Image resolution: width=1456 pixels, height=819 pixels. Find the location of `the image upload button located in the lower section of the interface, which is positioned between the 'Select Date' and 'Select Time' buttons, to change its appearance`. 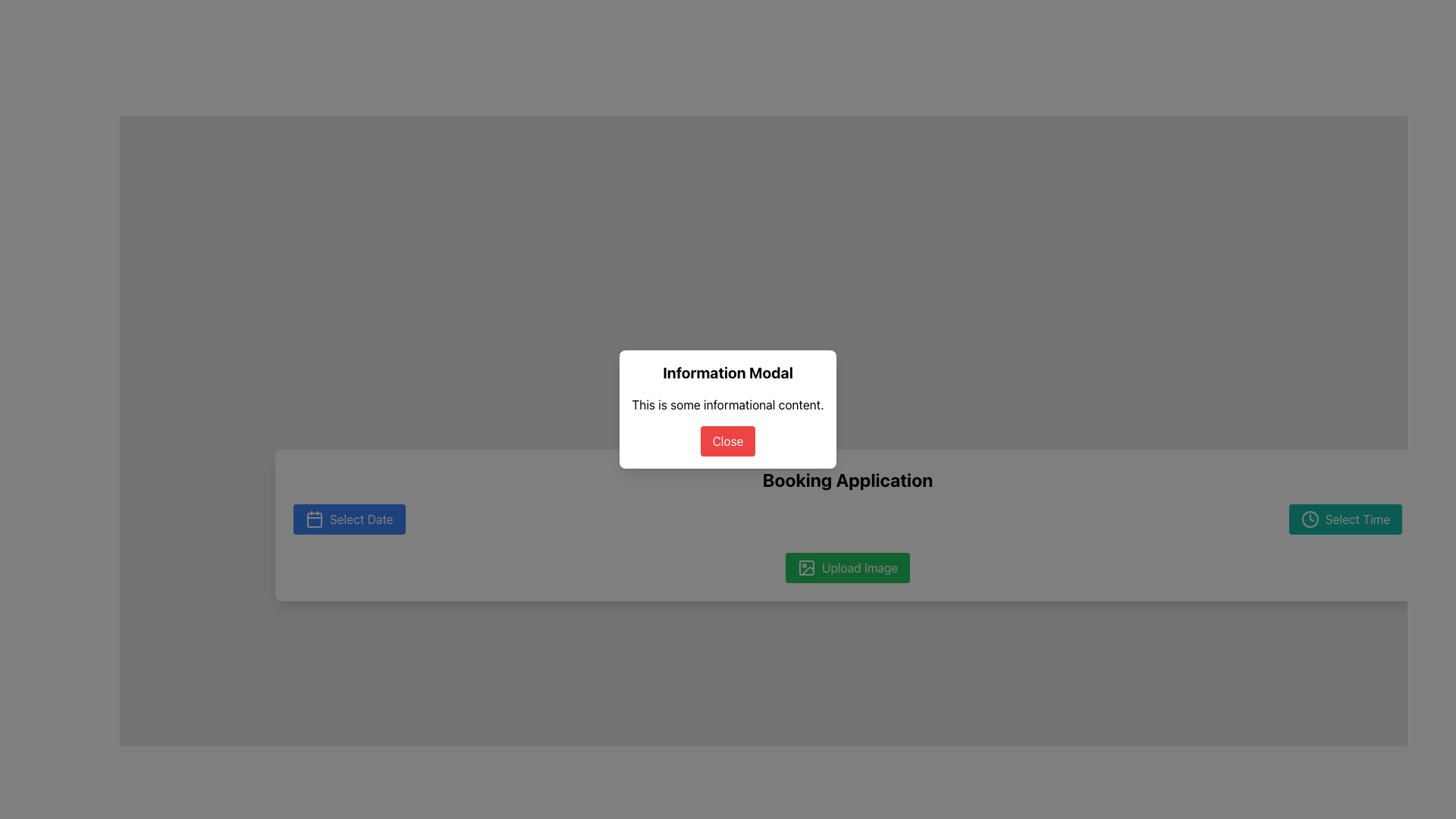

the image upload button located in the lower section of the interface, which is positioned between the 'Select Date' and 'Select Time' buttons, to change its appearance is located at coordinates (847, 567).